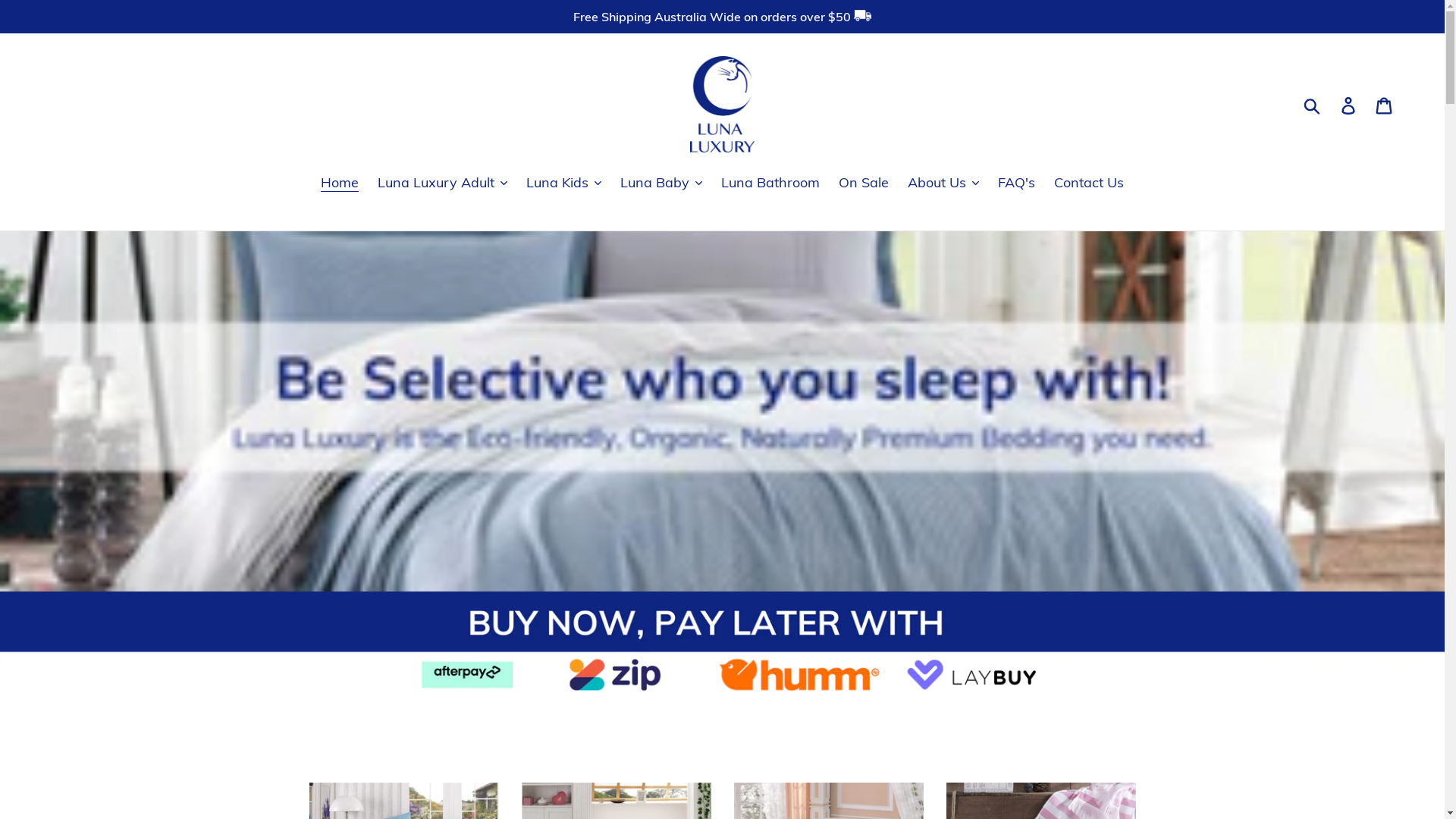 The height and width of the screenshot is (819, 1456). What do you see at coordinates (338, 181) in the screenshot?
I see `'Home'` at bounding box center [338, 181].